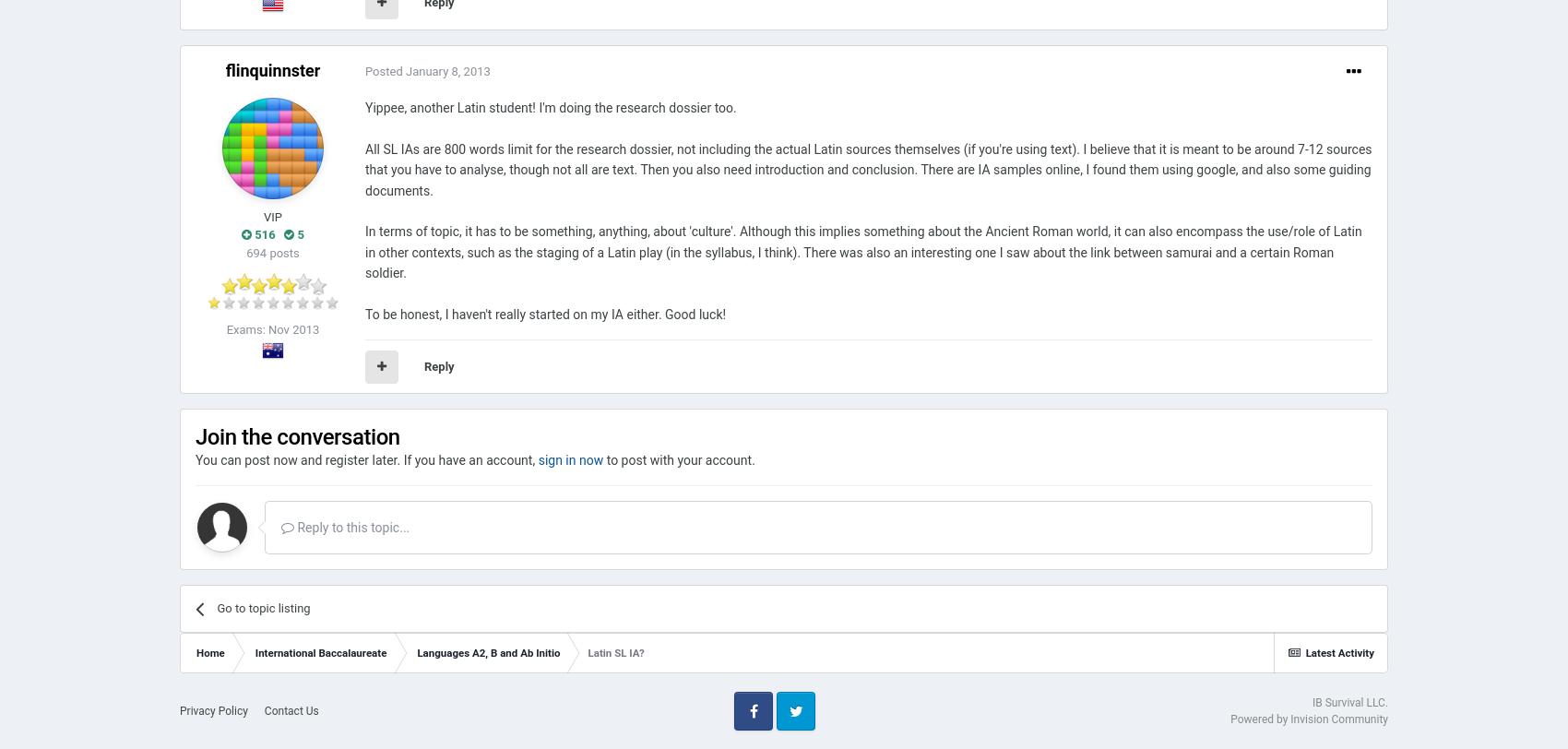 The image size is (1568, 749). What do you see at coordinates (213, 710) in the screenshot?
I see `'Privacy Policy'` at bounding box center [213, 710].